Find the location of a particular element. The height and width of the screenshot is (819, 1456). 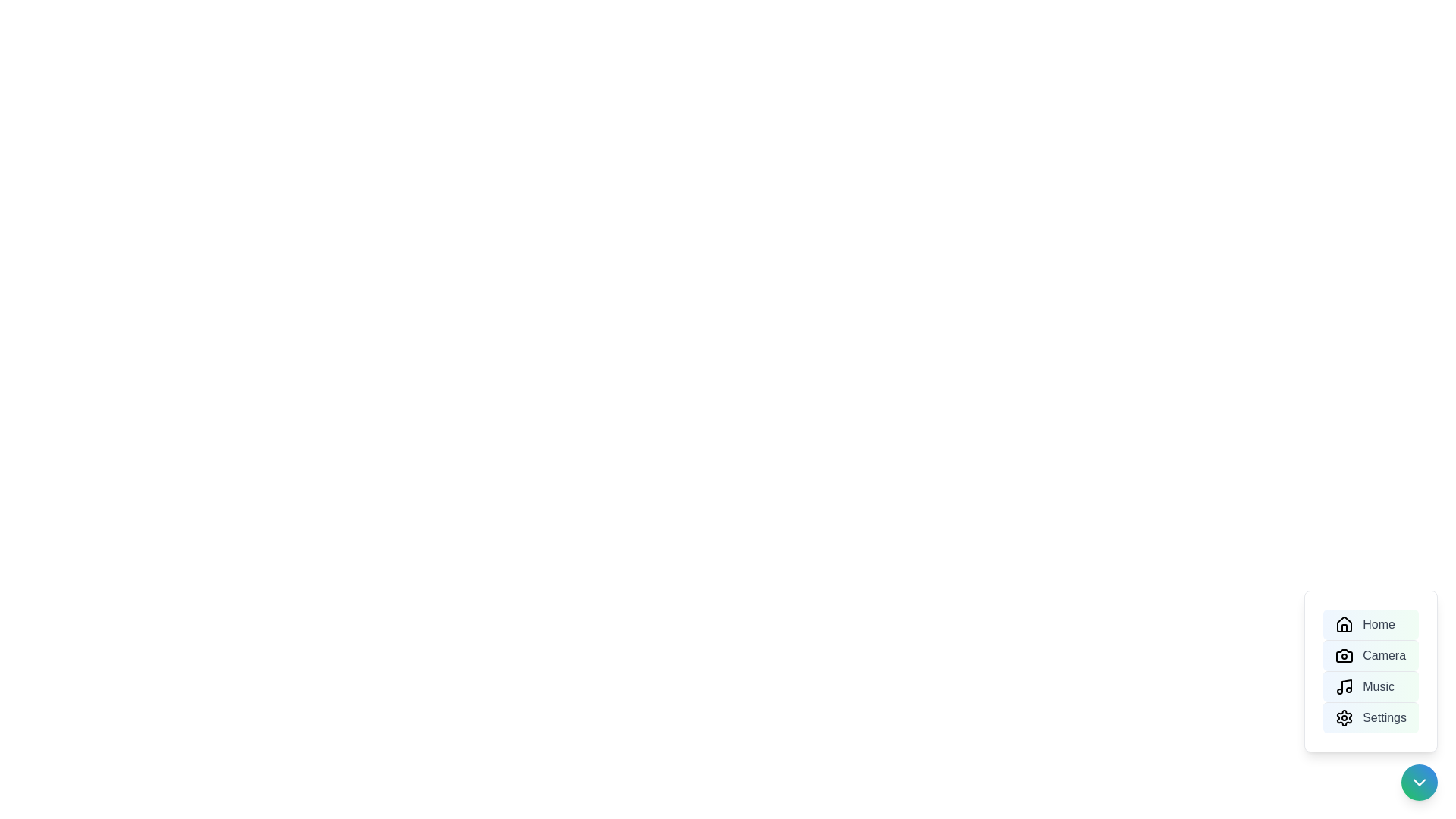

button with the chevron-down icon to toggle the speed dial menu is located at coordinates (1419, 783).